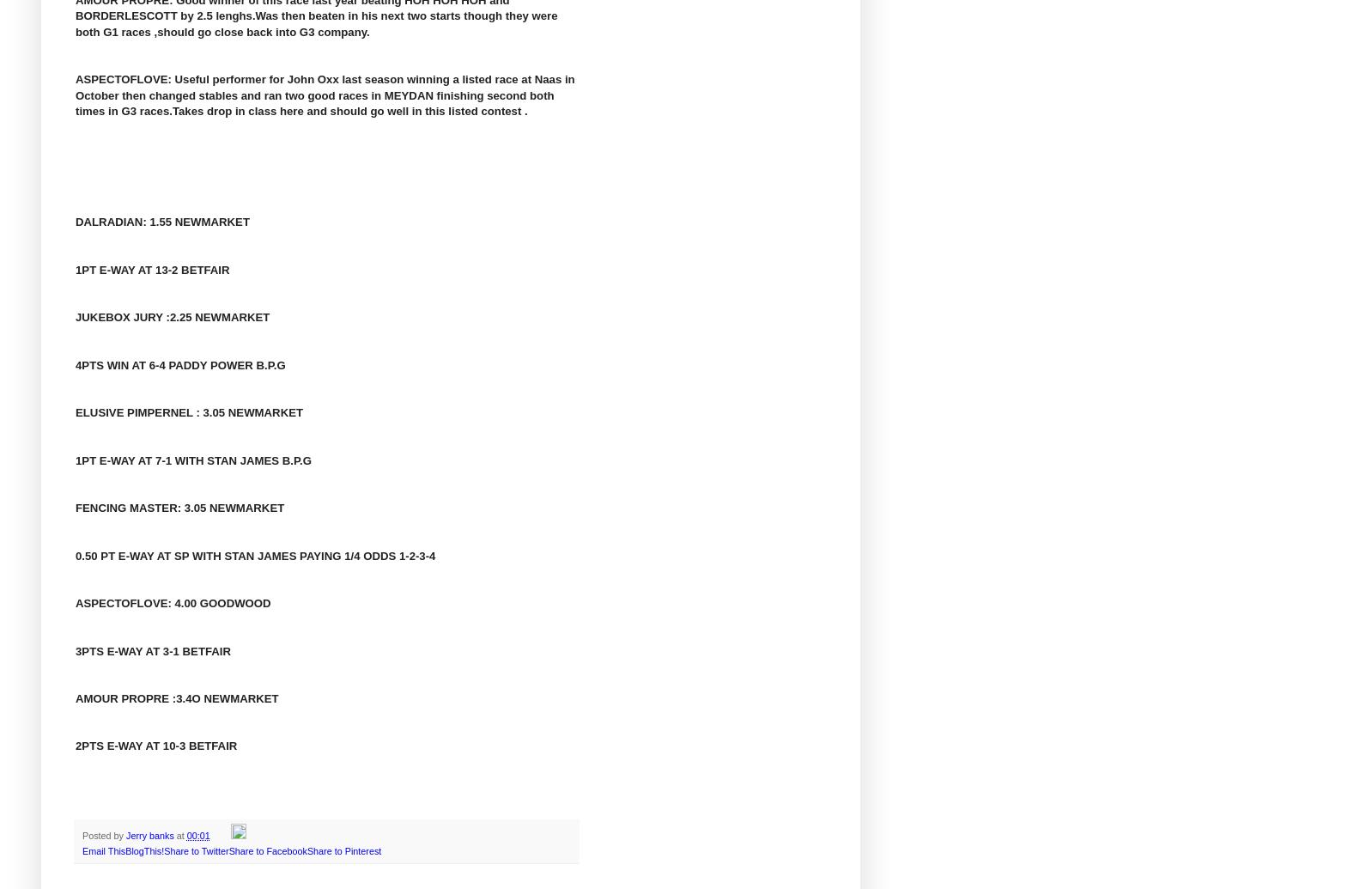 The image size is (1372, 889). I want to click on 'at', so click(179, 835).